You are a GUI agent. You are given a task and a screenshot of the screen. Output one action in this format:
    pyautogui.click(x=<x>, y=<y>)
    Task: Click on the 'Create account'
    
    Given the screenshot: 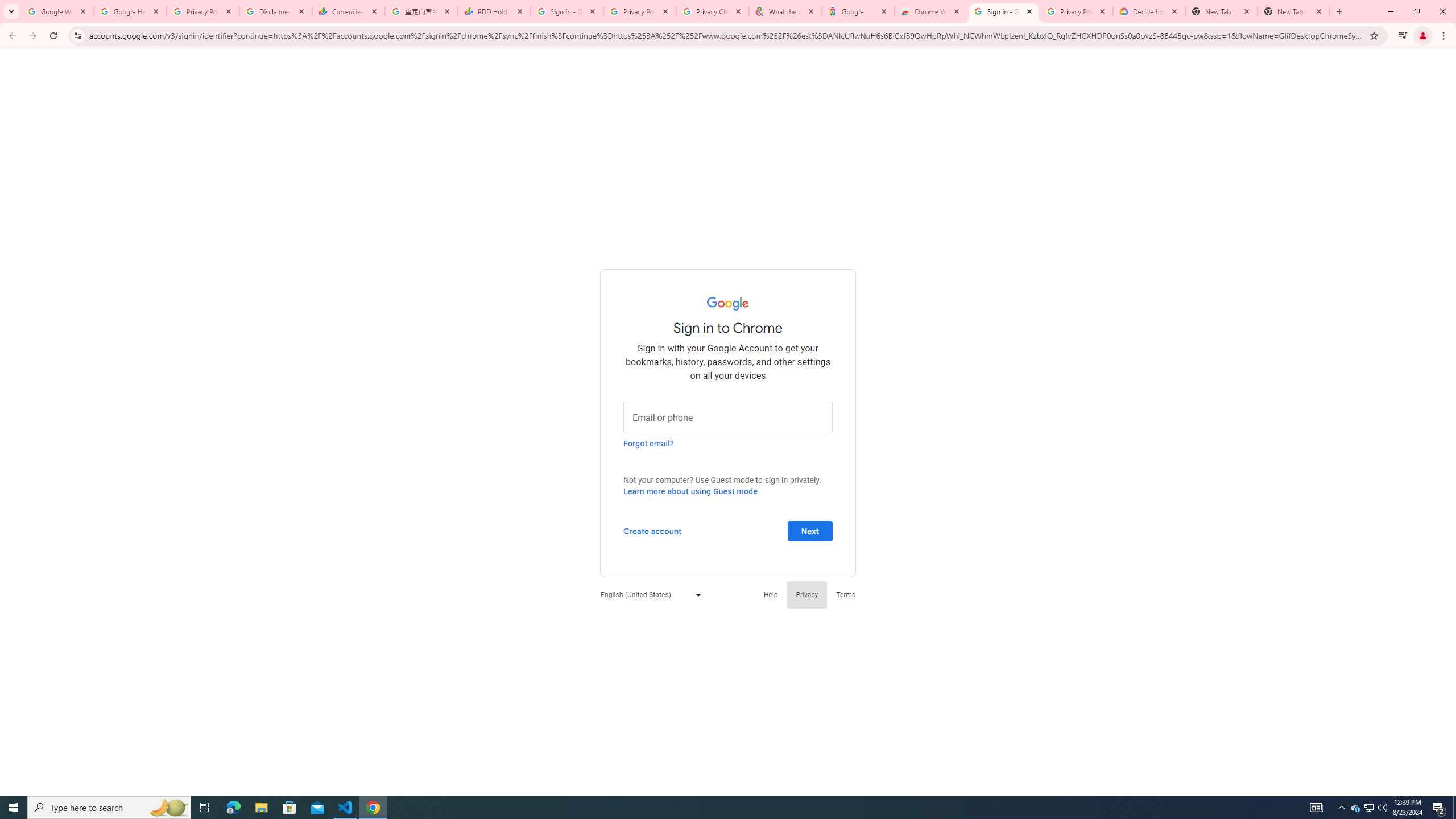 What is the action you would take?
    pyautogui.click(x=651, y=530)
    